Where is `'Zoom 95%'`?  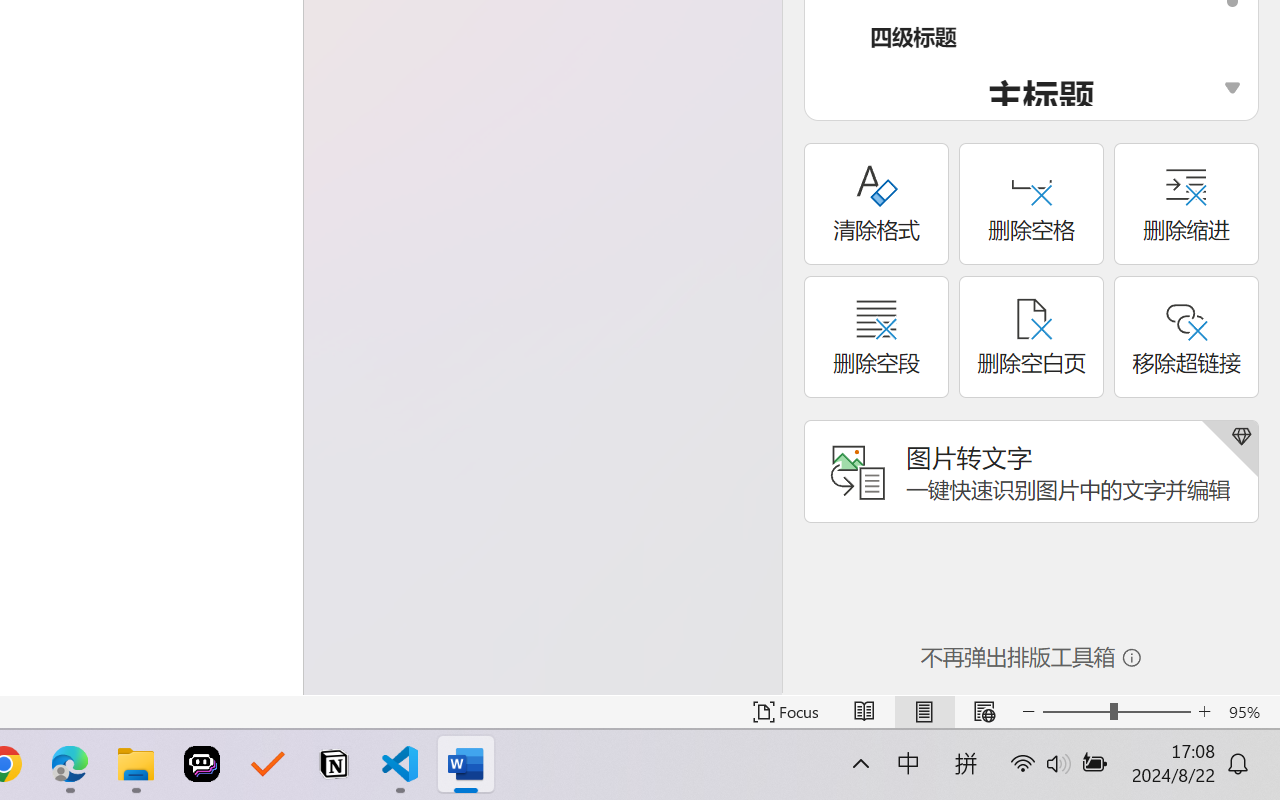 'Zoom 95%' is located at coordinates (1248, 711).